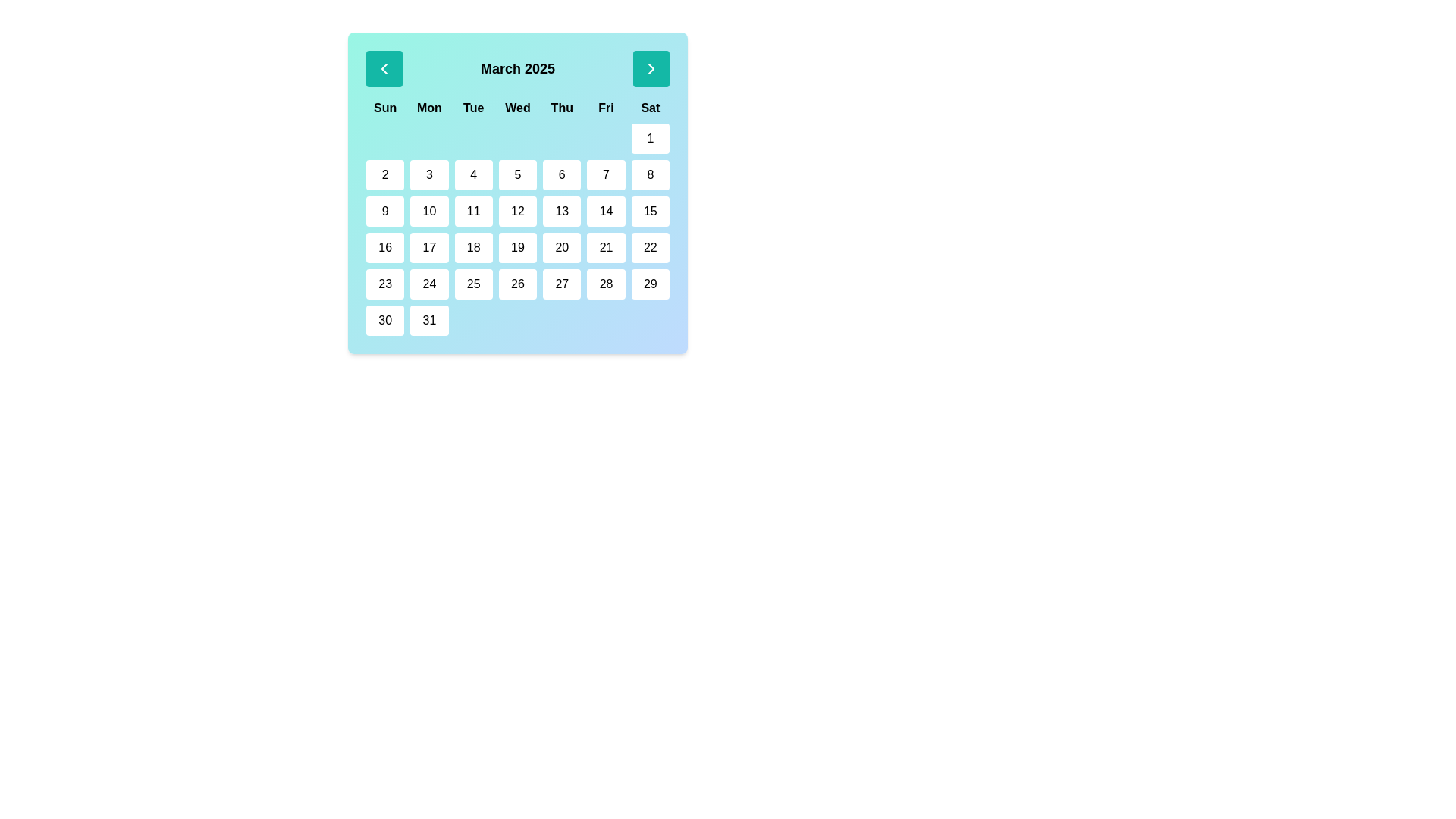  What do you see at coordinates (651, 69) in the screenshot?
I see `the small rightward-pointing arrow icon located at the top-right corner of the calendar interface` at bounding box center [651, 69].